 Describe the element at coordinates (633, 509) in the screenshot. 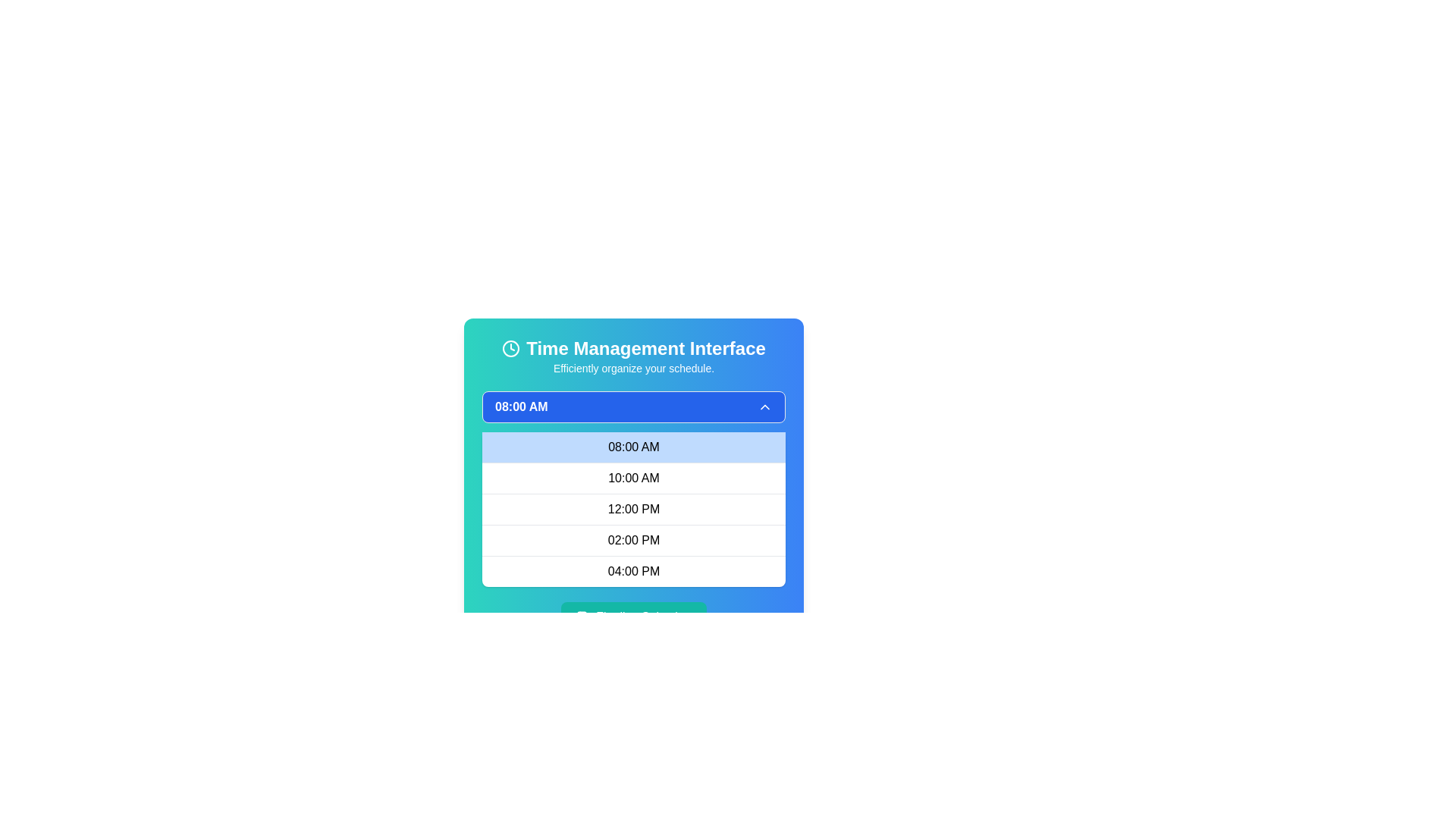

I see `the selectable list item for '12:00 PM', which is the third item in the time selection dropdown` at that location.